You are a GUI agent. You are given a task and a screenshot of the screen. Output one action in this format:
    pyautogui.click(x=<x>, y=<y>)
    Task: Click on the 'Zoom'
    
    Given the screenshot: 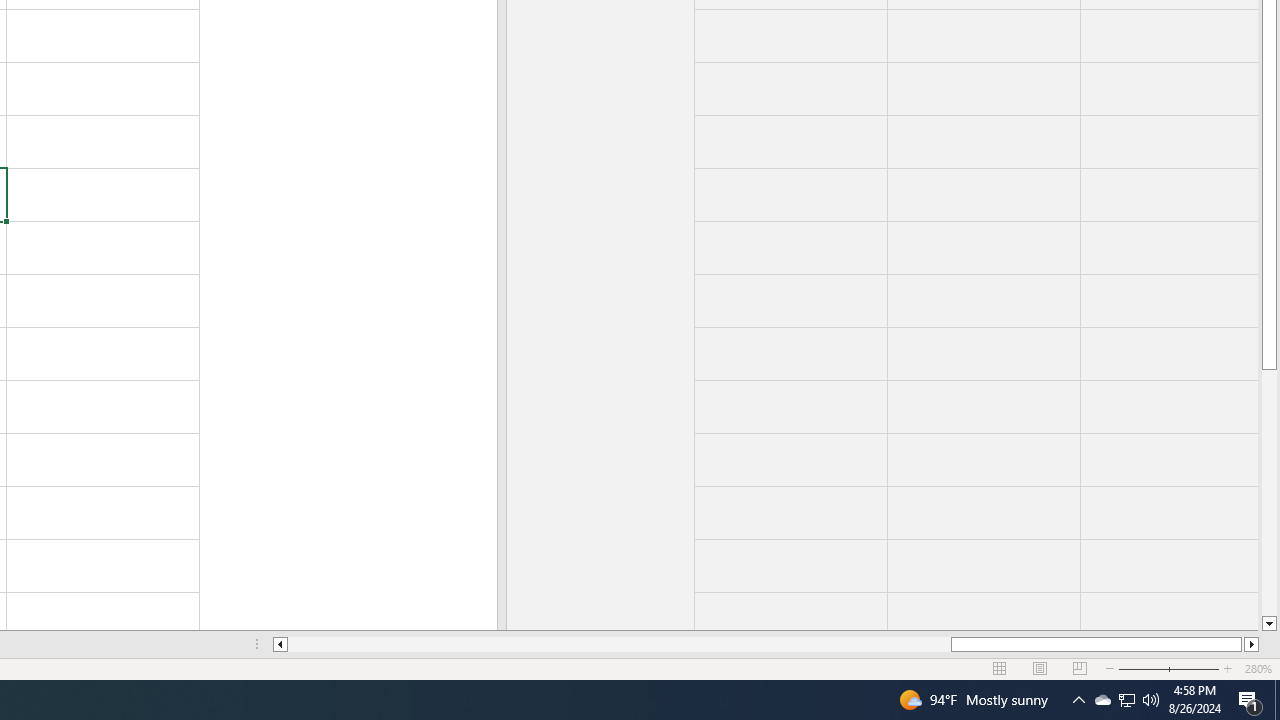 What is the action you would take?
    pyautogui.click(x=1168, y=669)
    